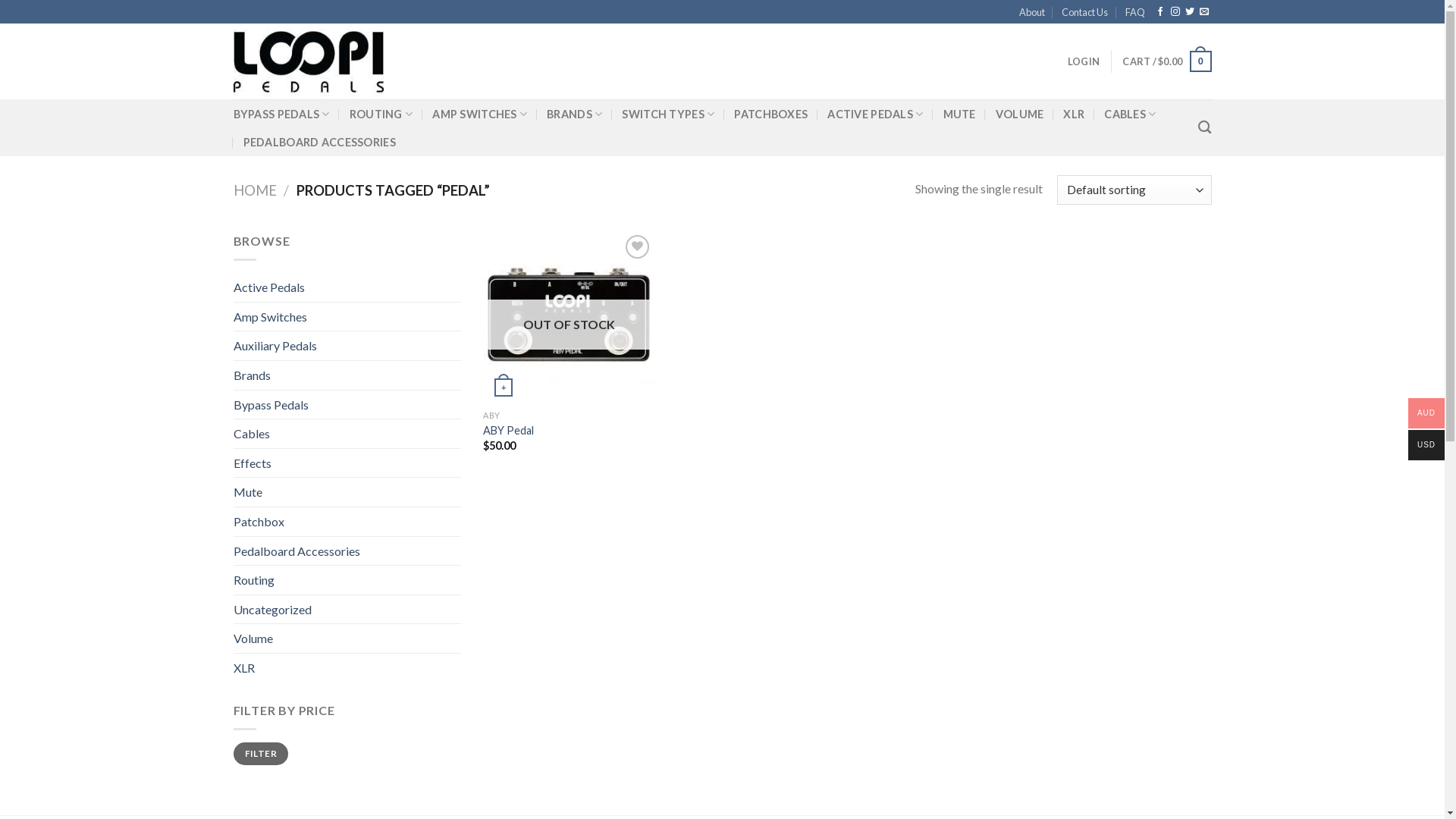 The height and width of the screenshot is (819, 1456). Describe the element at coordinates (1084, 11) in the screenshot. I see `'Contact Us'` at that location.